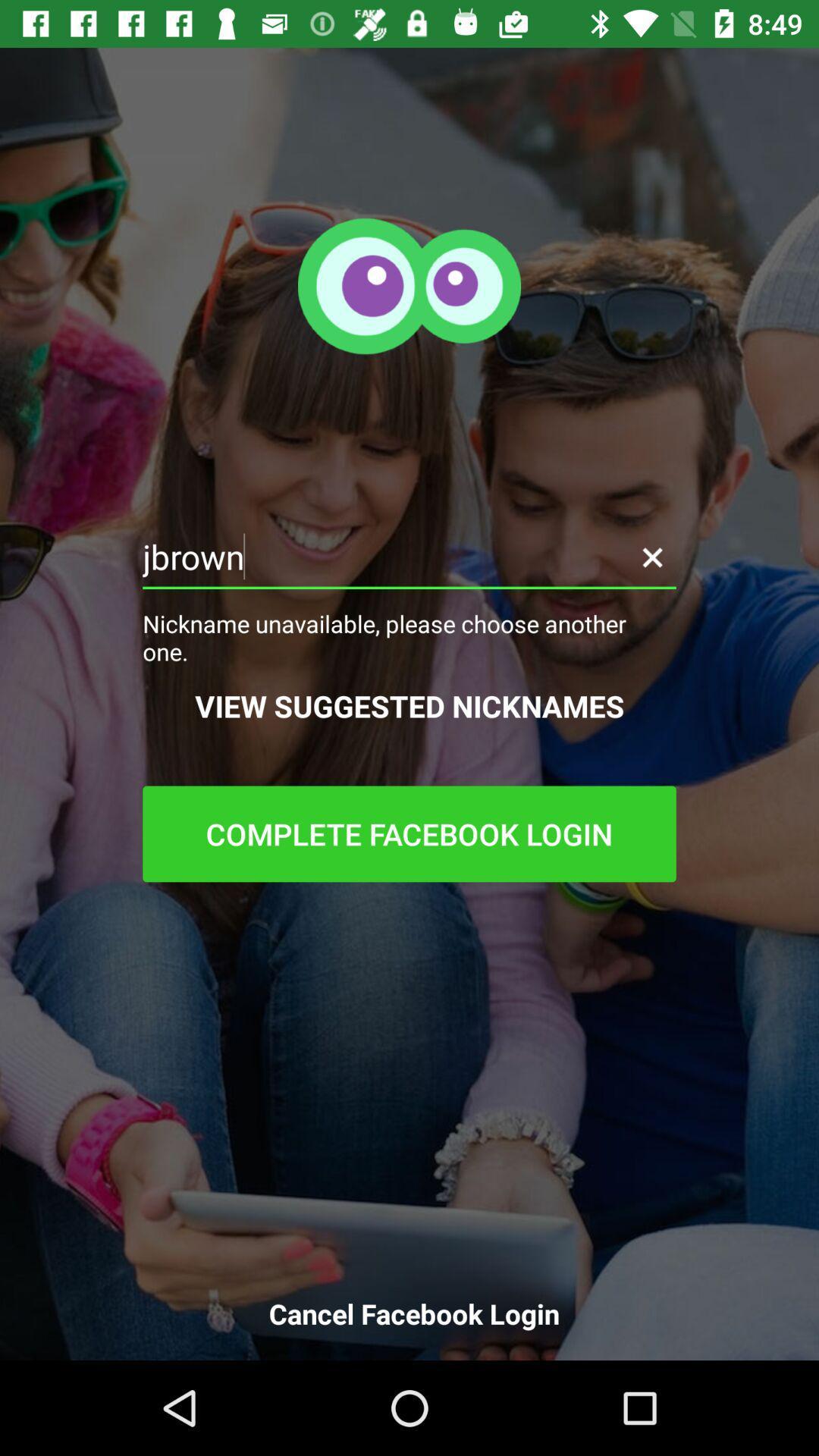 This screenshot has width=819, height=1456. What do you see at coordinates (409, 556) in the screenshot?
I see `the icon above nickname unavailable please` at bounding box center [409, 556].